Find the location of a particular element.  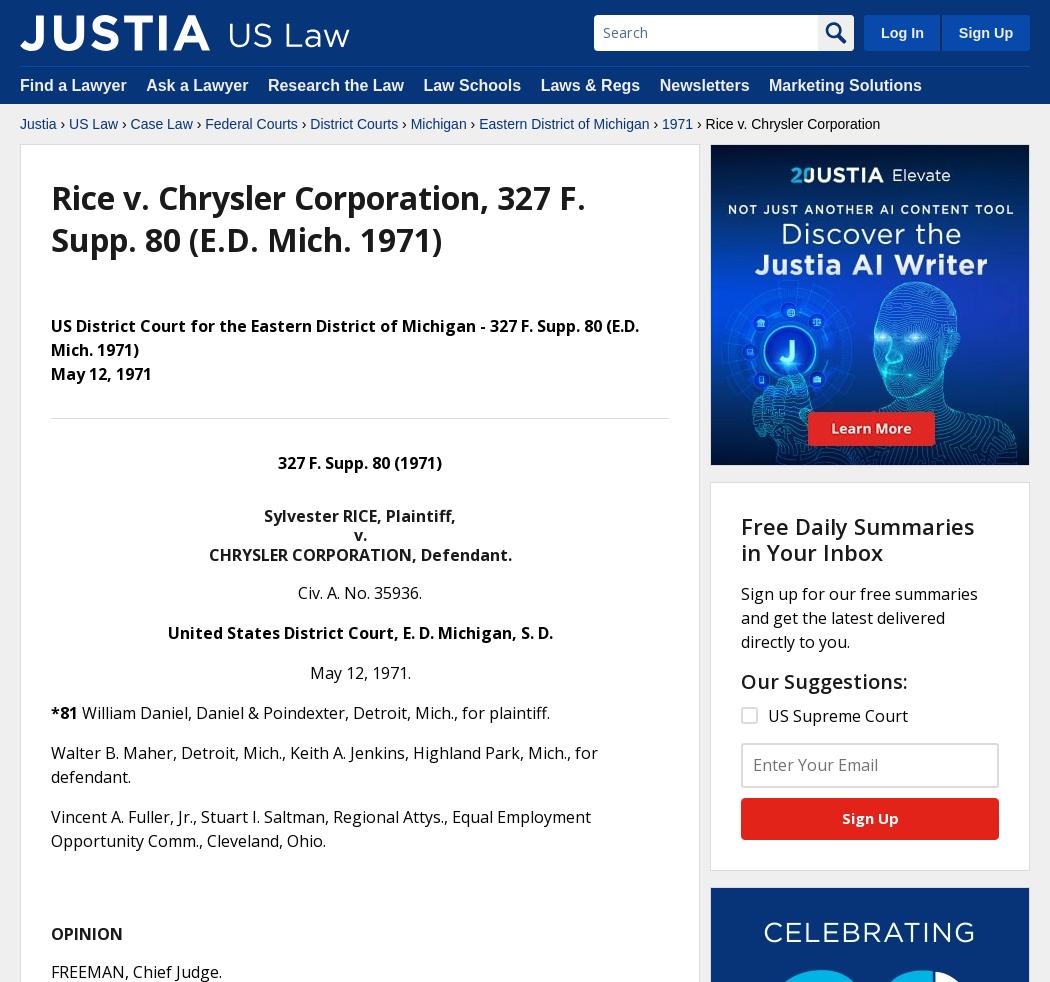

'May 12, 1971' is located at coordinates (101, 374).